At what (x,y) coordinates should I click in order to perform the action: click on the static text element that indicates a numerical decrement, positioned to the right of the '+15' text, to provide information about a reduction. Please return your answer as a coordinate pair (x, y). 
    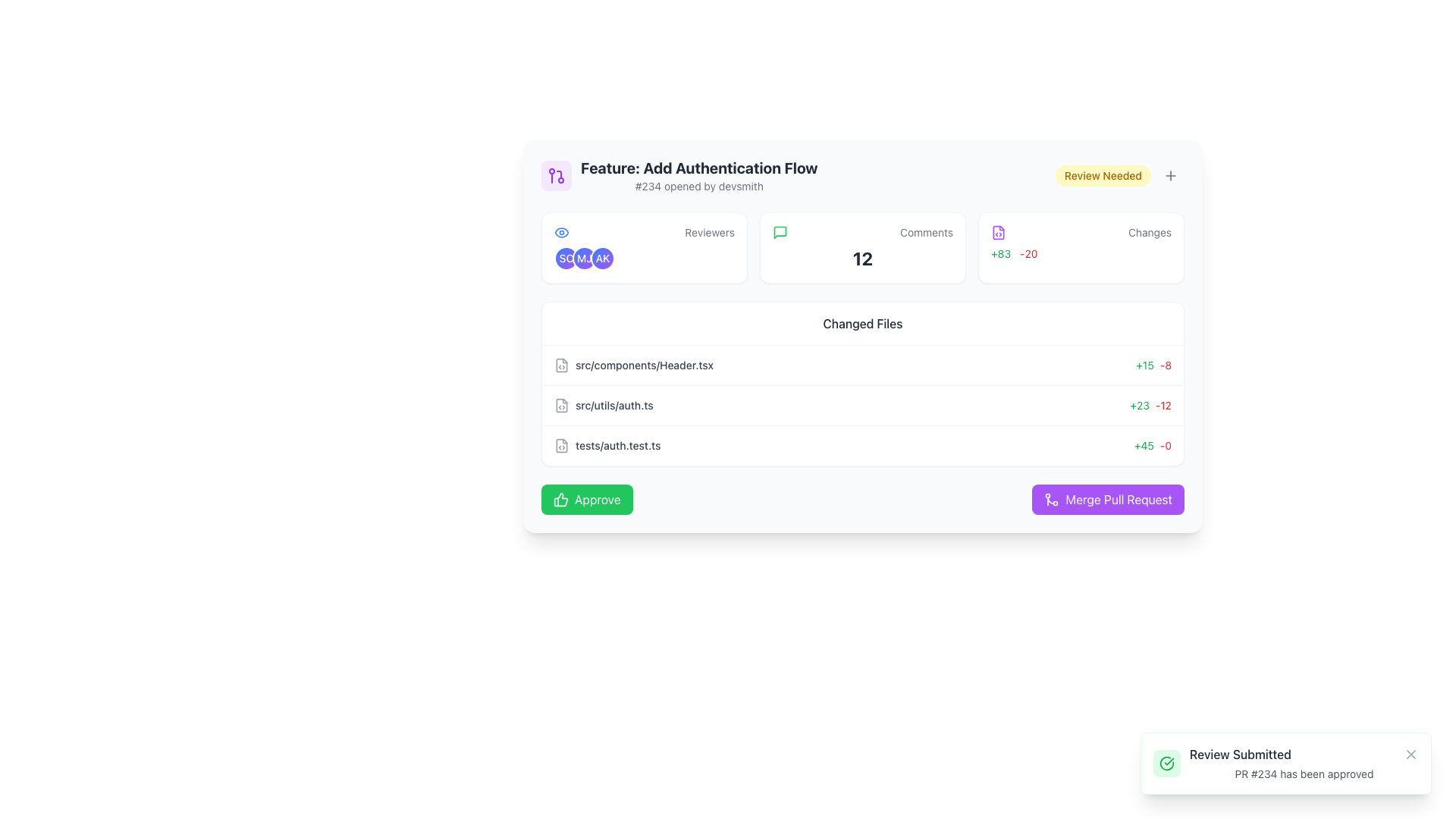
    Looking at the image, I should click on (1165, 366).